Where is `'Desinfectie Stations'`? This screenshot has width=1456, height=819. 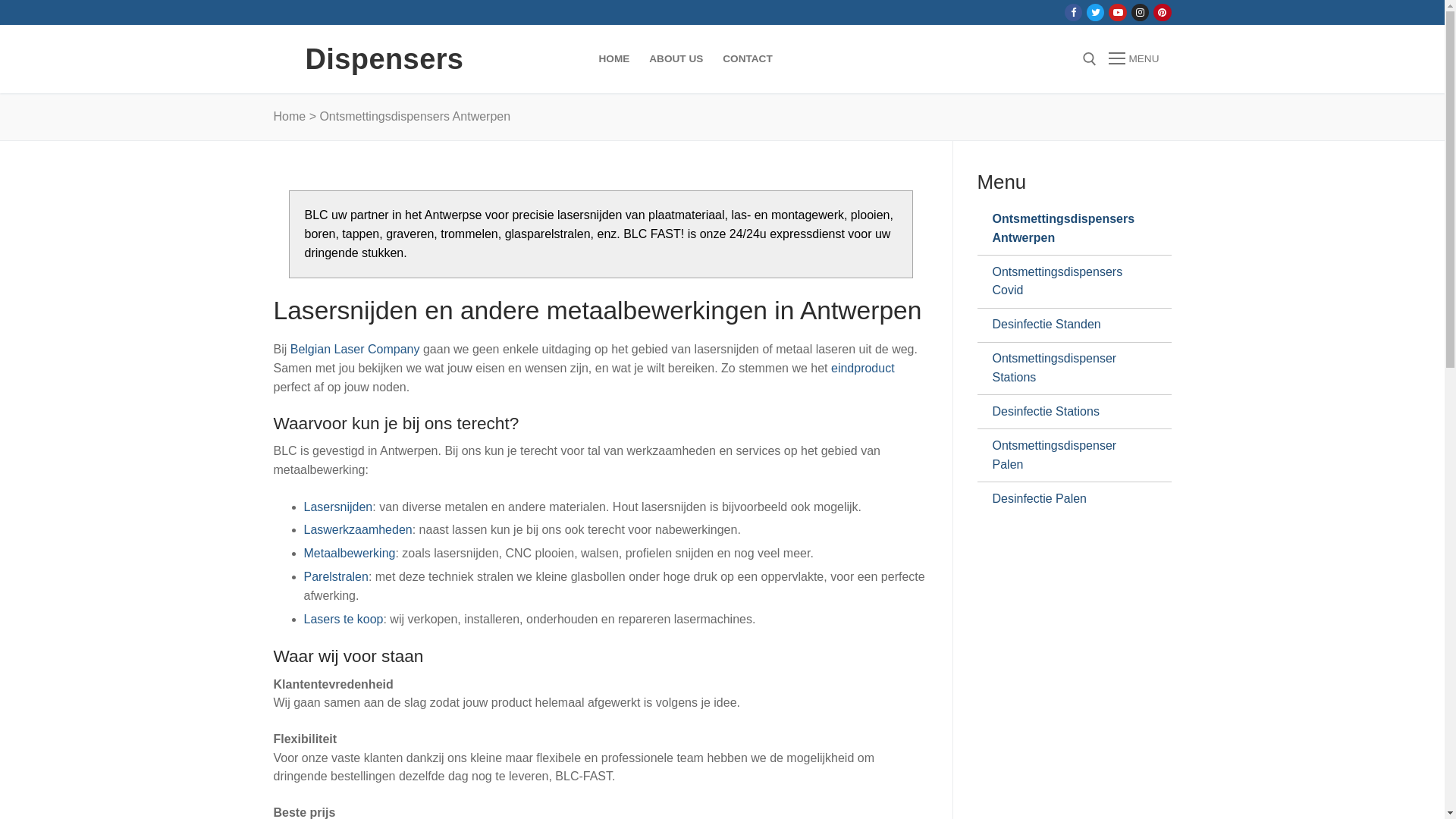
'Desinfectie Stations' is located at coordinates (1066, 412).